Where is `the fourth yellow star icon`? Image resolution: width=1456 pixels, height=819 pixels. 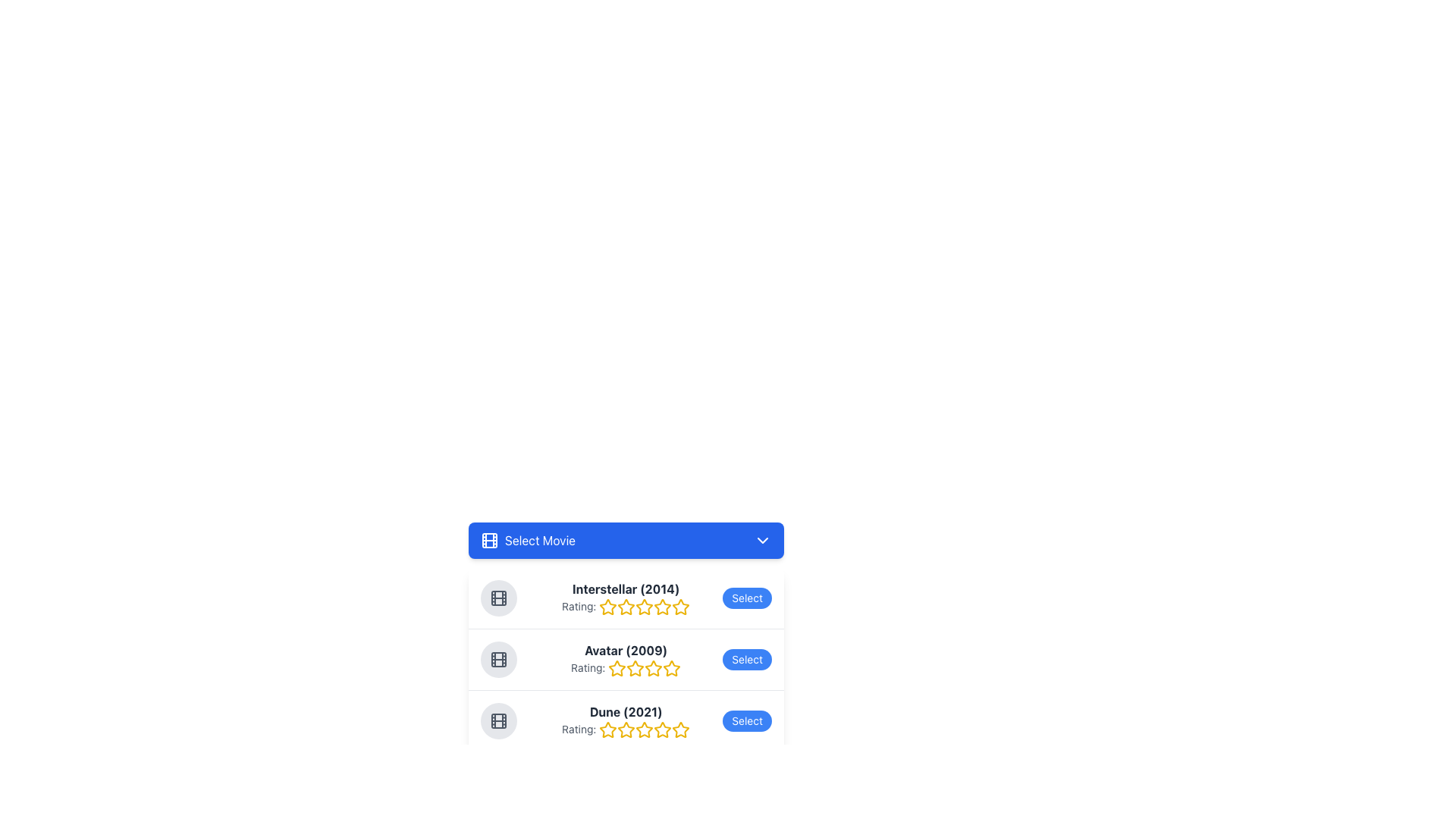 the fourth yellow star icon is located at coordinates (663, 607).